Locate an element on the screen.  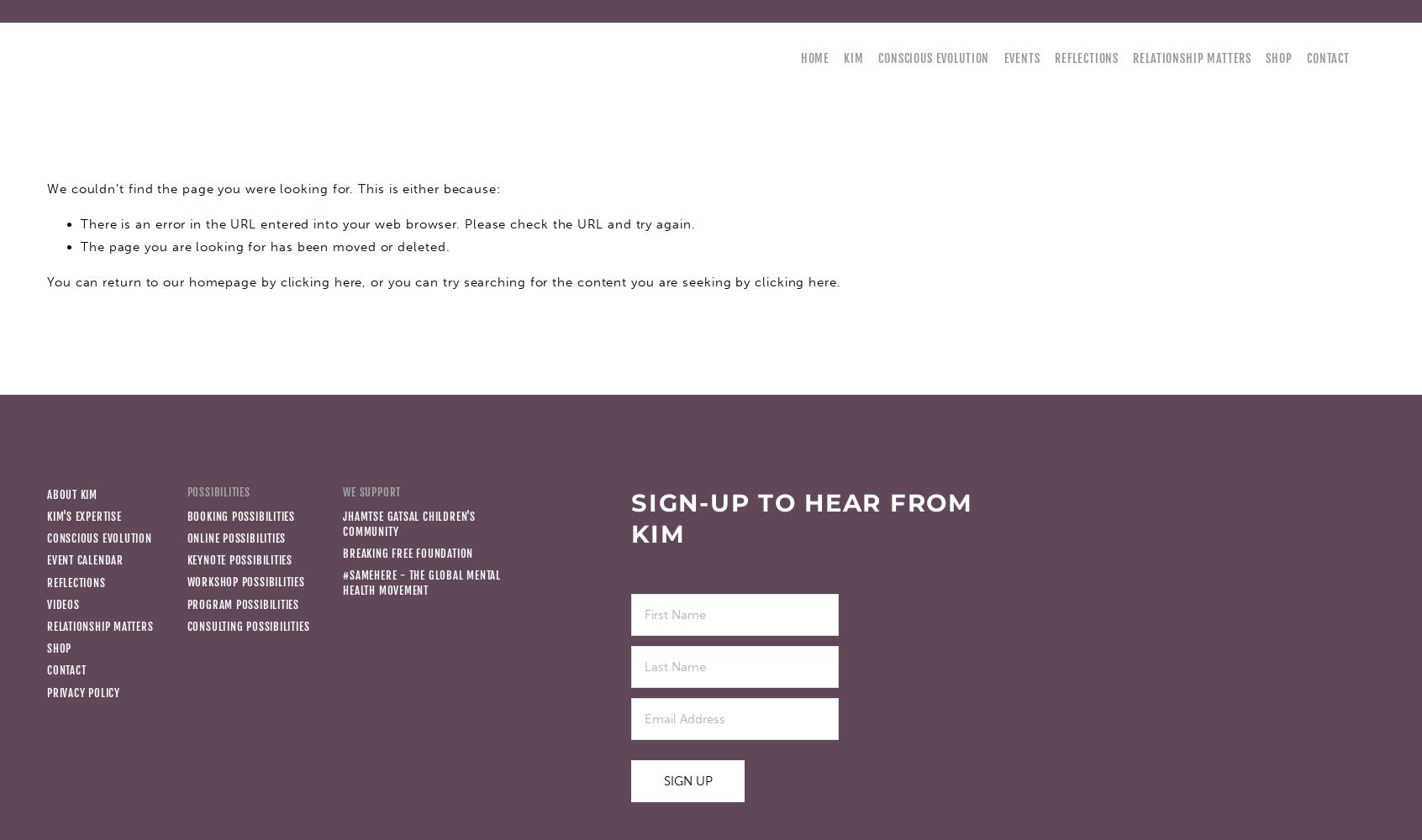
'Consulting Possibilities' is located at coordinates (186, 625).